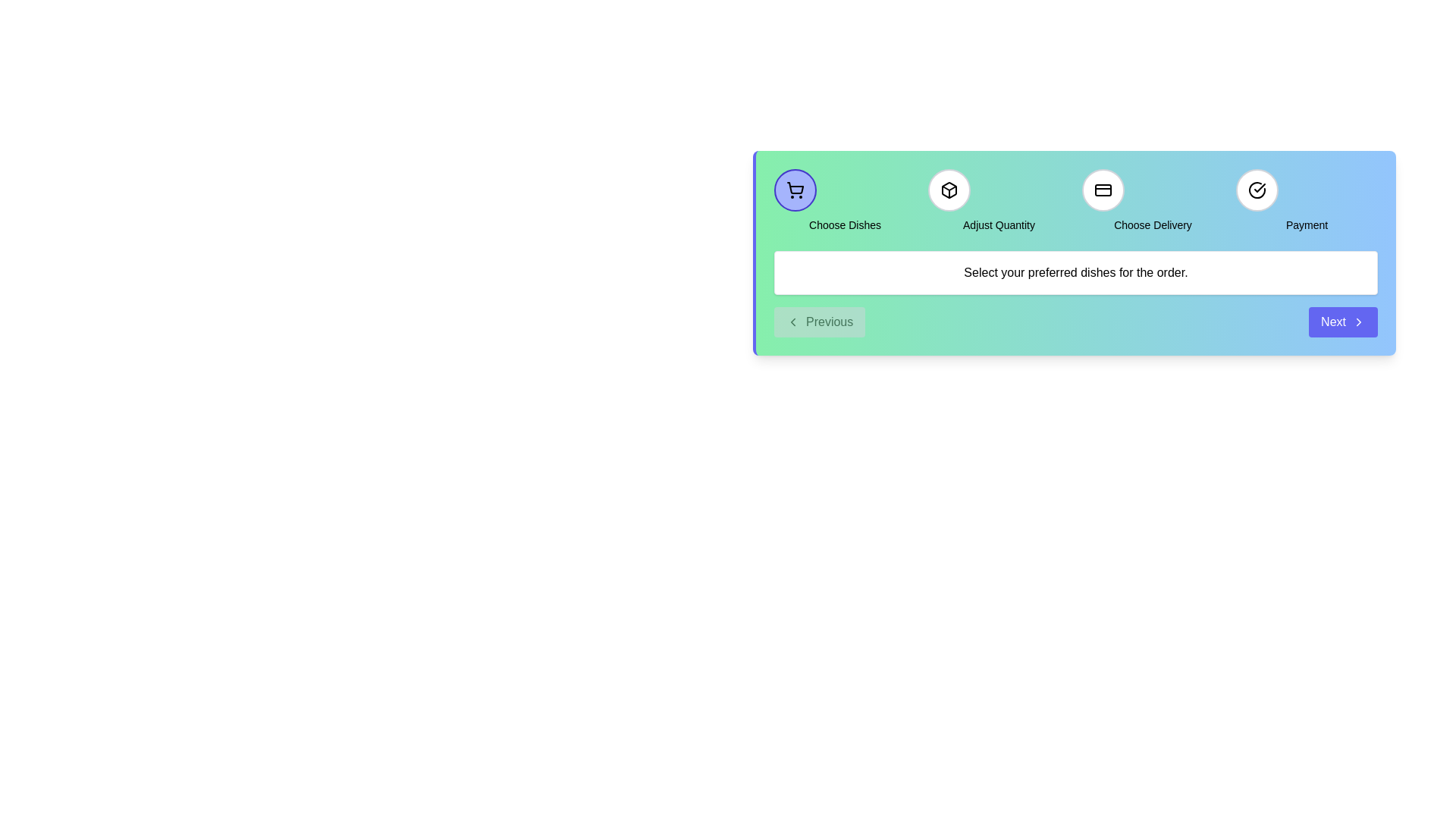 The width and height of the screenshot is (1456, 819). I want to click on the prominent rectangular button labeled 'Next' with a gradient blue background and a right-pointing chevron icon, so click(1343, 321).